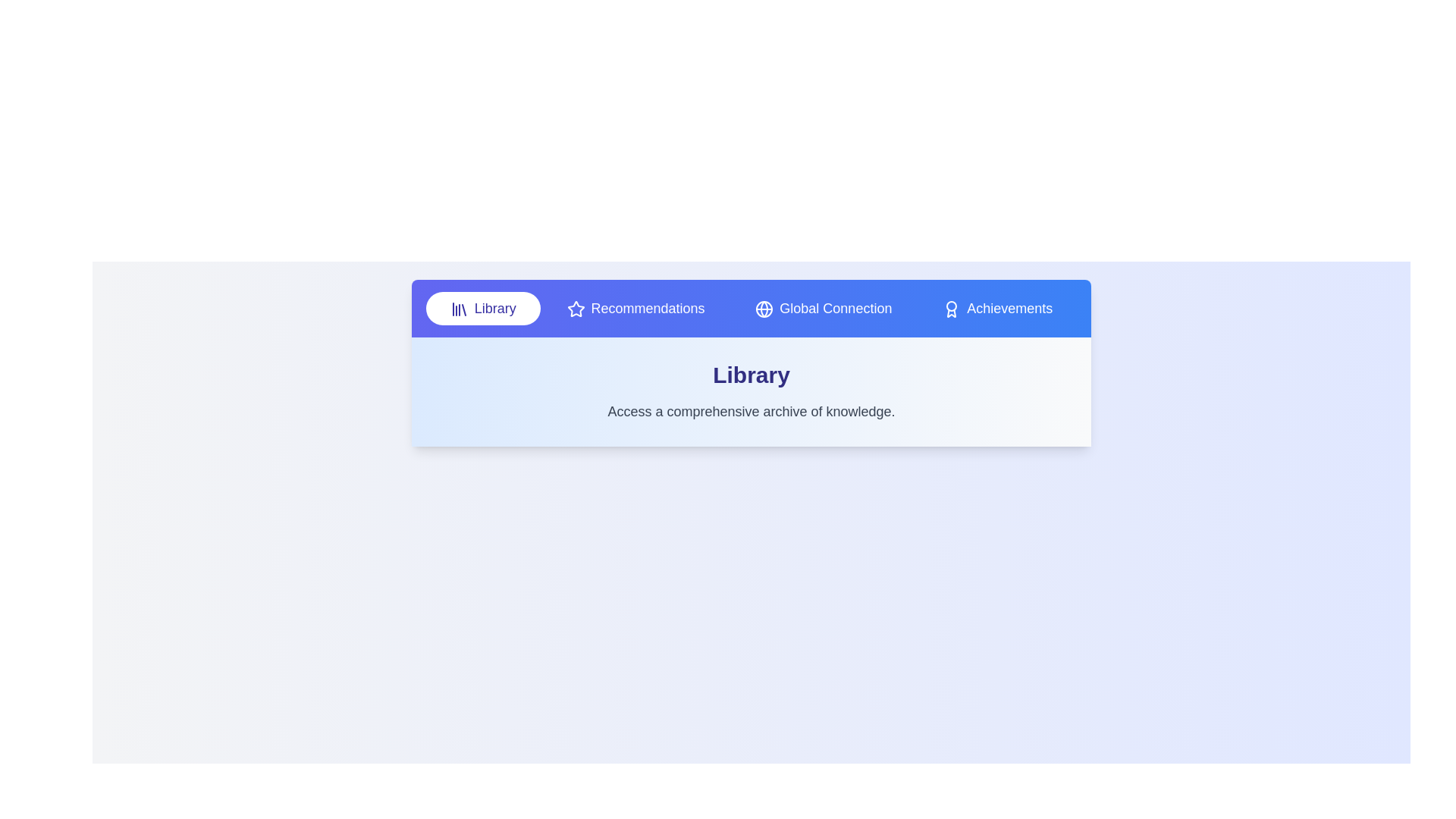  What do you see at coordinates (751, 412) in the screenshot?
I see `the text content in the active tab by clicking on the text area` at bounding box center [751, 412].